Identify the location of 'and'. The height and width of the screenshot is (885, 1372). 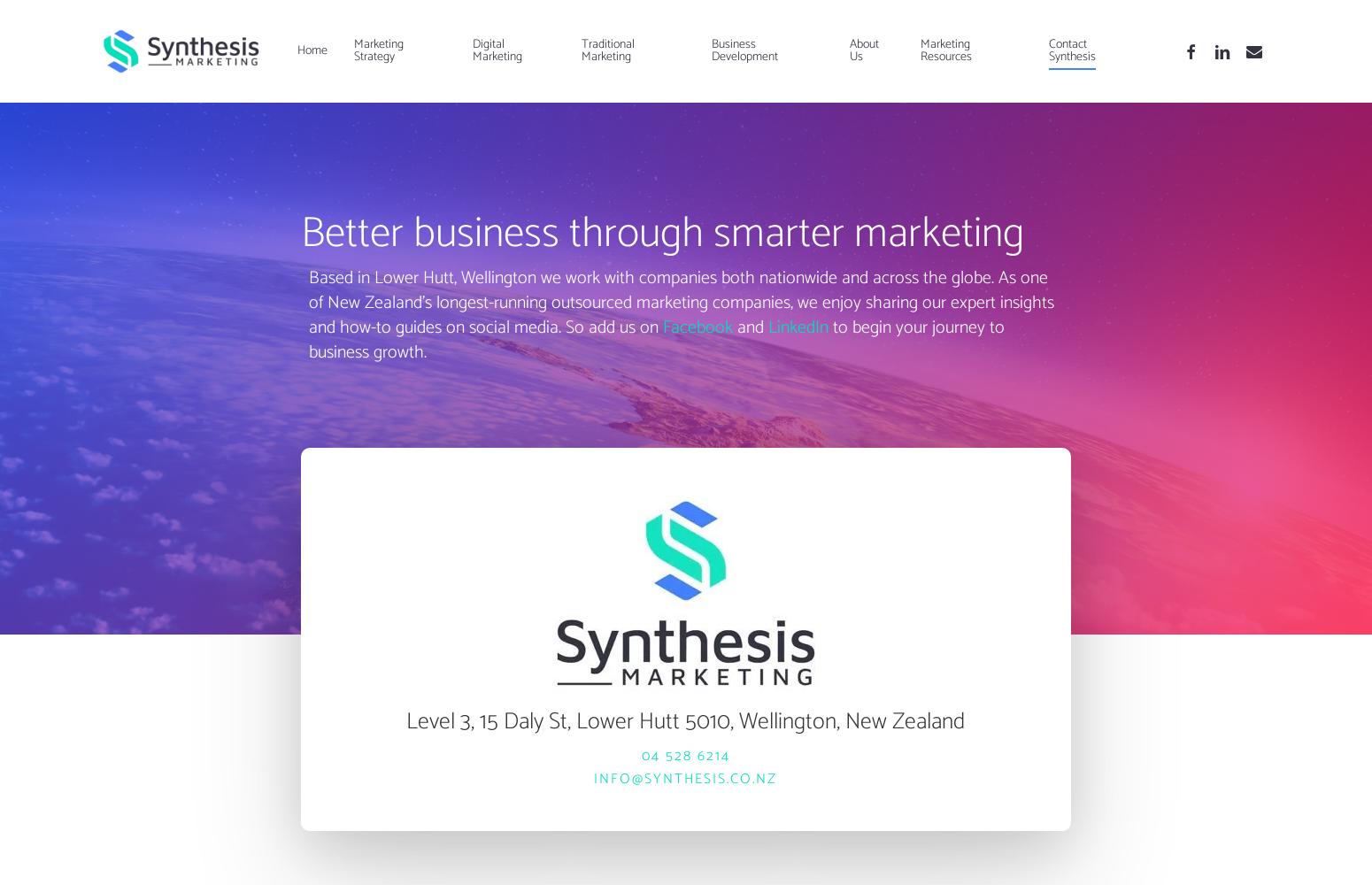
(749, 327).